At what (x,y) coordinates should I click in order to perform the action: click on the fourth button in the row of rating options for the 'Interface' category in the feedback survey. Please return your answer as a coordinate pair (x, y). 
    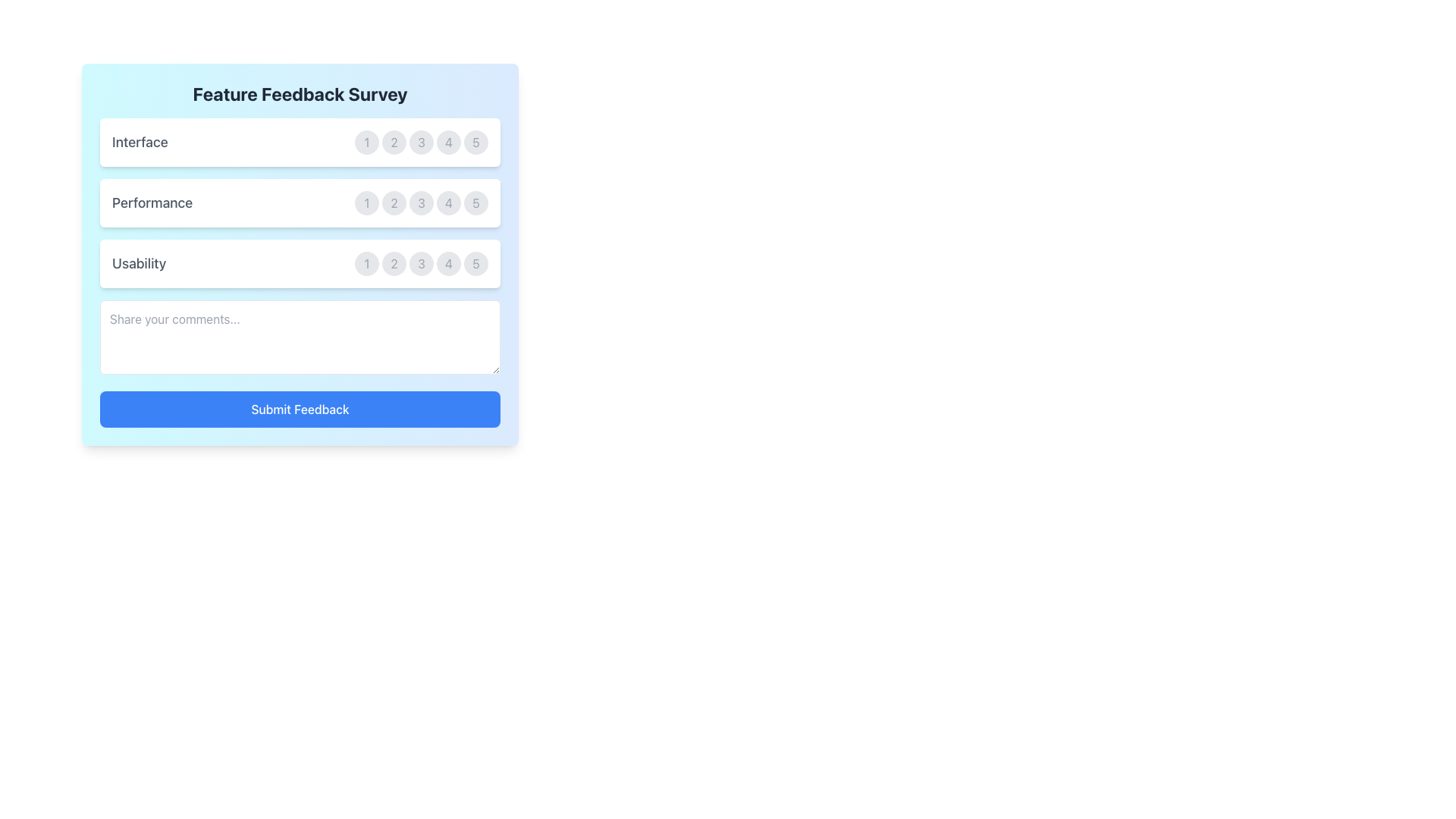
    Looking at the image, I should click on (447, 143).